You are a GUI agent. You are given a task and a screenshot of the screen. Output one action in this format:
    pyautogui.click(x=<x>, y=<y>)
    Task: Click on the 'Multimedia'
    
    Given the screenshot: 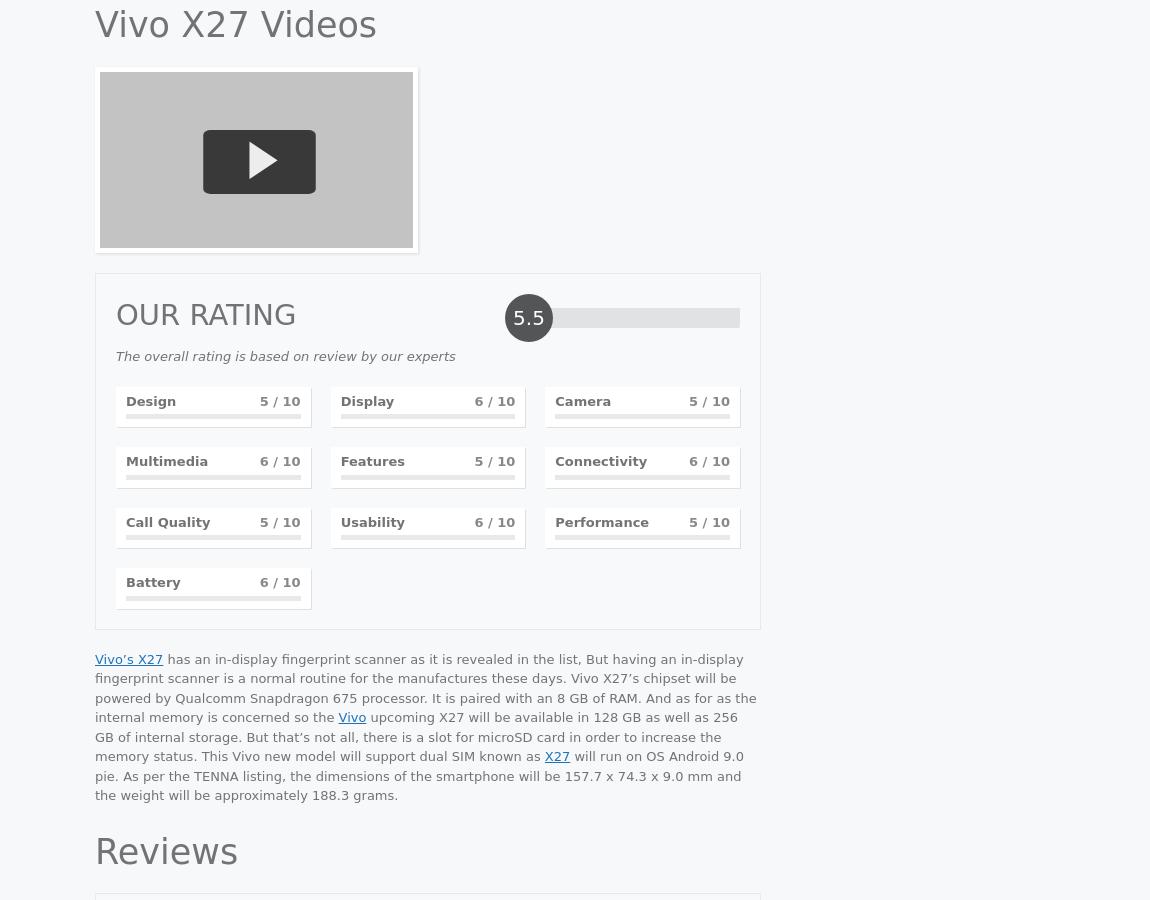 What is the action you would take?
    pyautogui.click(x=165, y=460)
    